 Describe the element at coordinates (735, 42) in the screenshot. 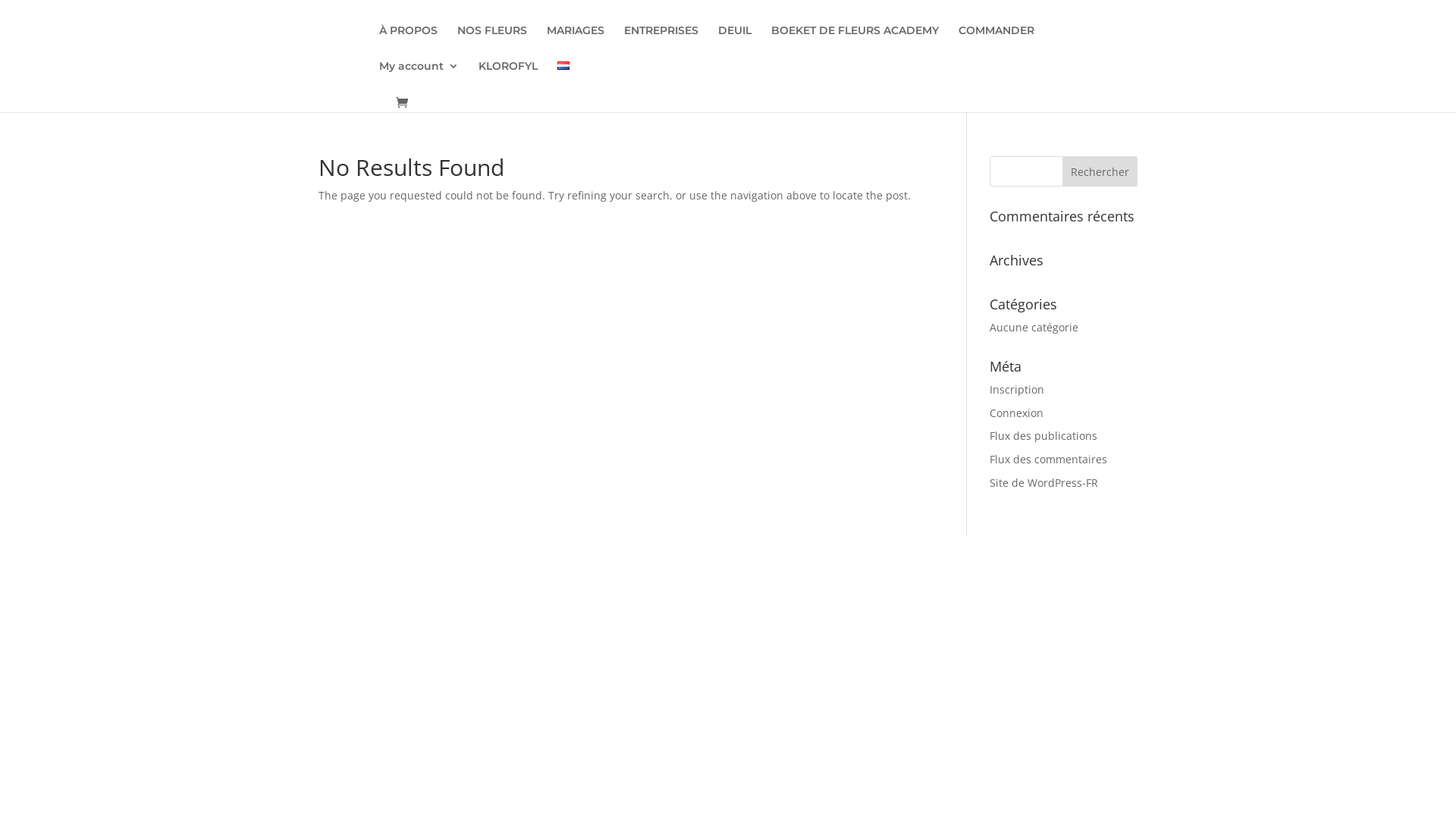

I see `'DEUIL'` at that location.